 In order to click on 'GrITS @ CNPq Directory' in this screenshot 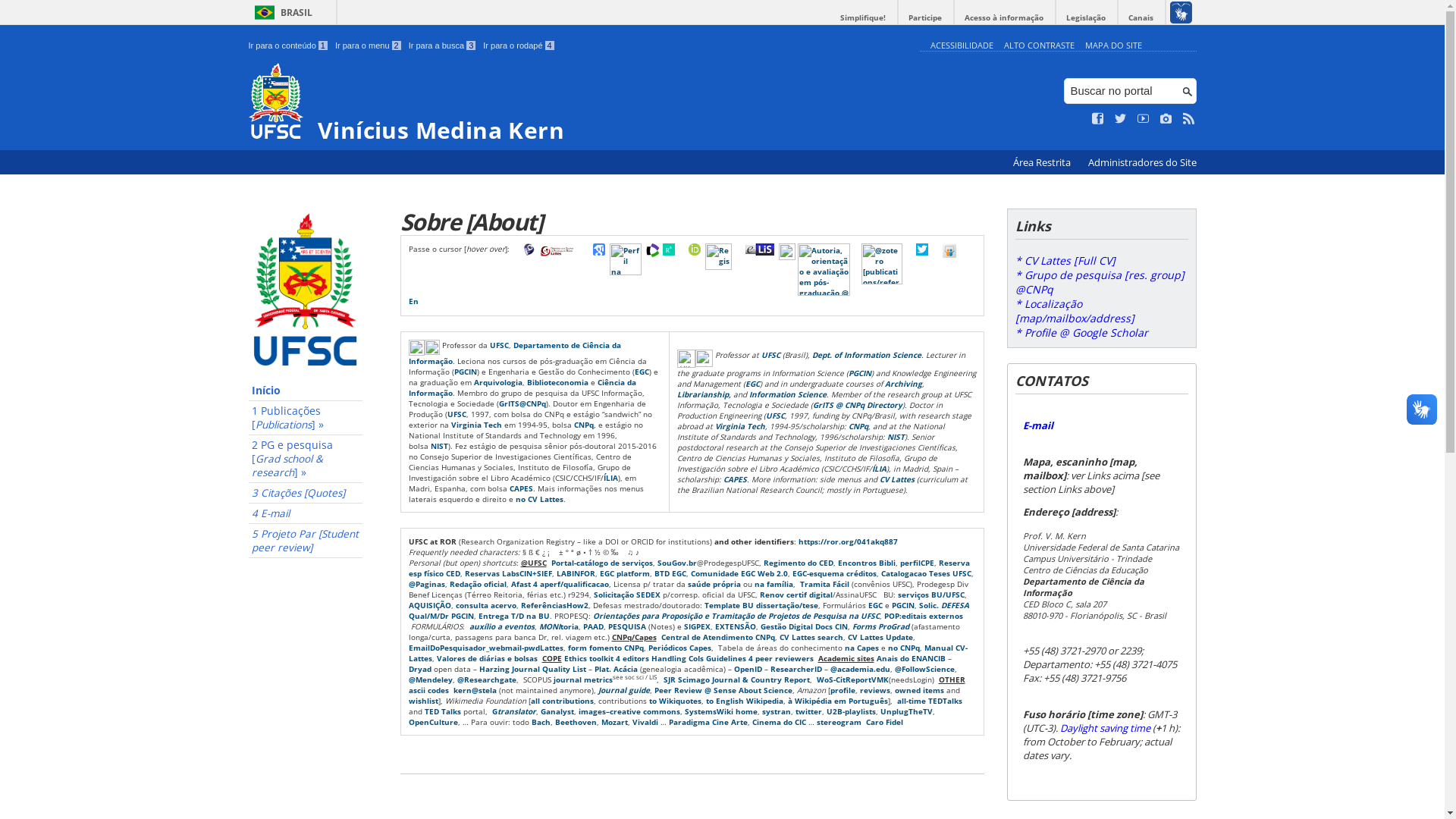, I will do `click(858, 403)`.